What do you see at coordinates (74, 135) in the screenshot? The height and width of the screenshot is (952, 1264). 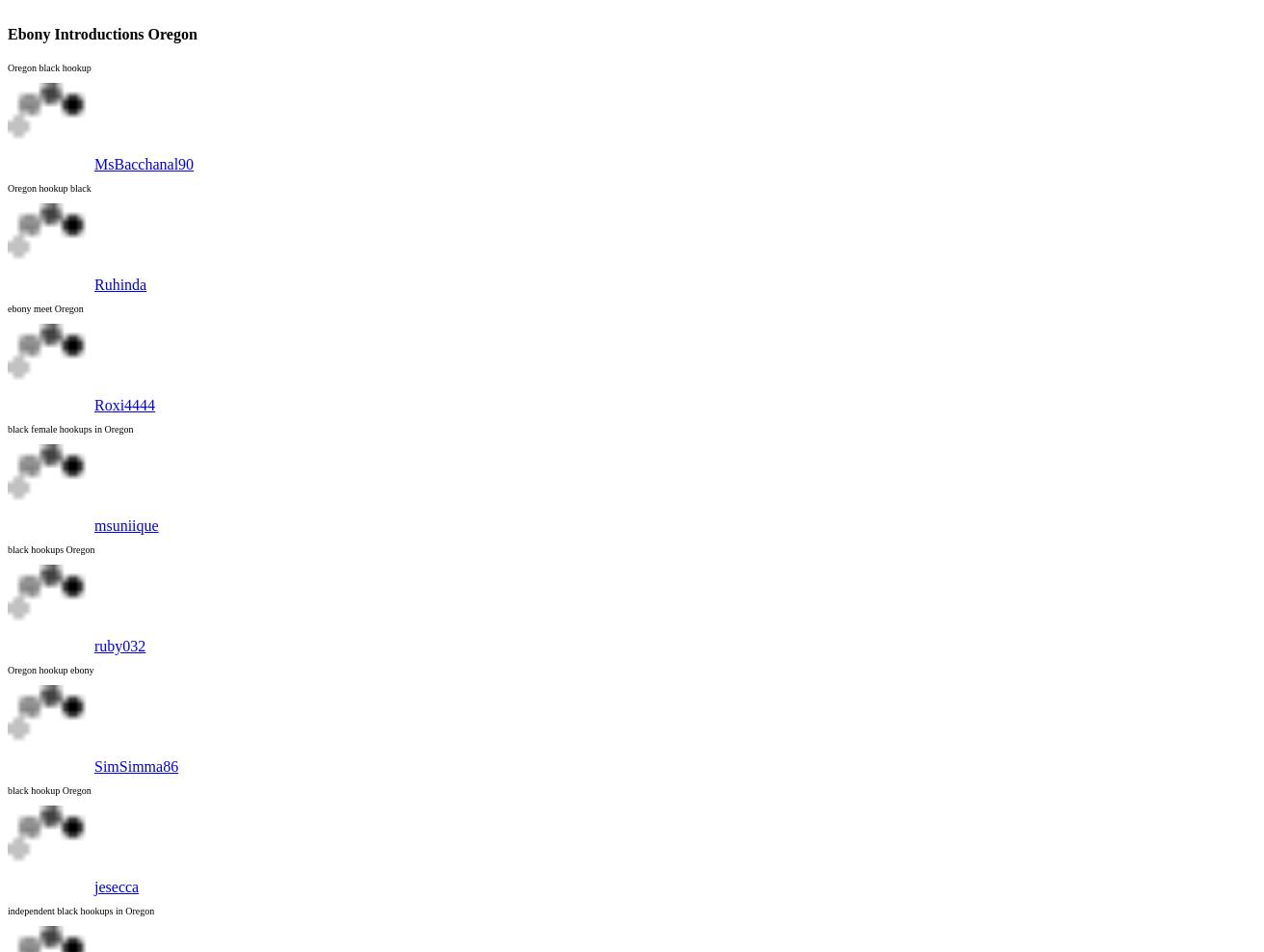 I see `'Newberg'` at bounding box center [74, 135].